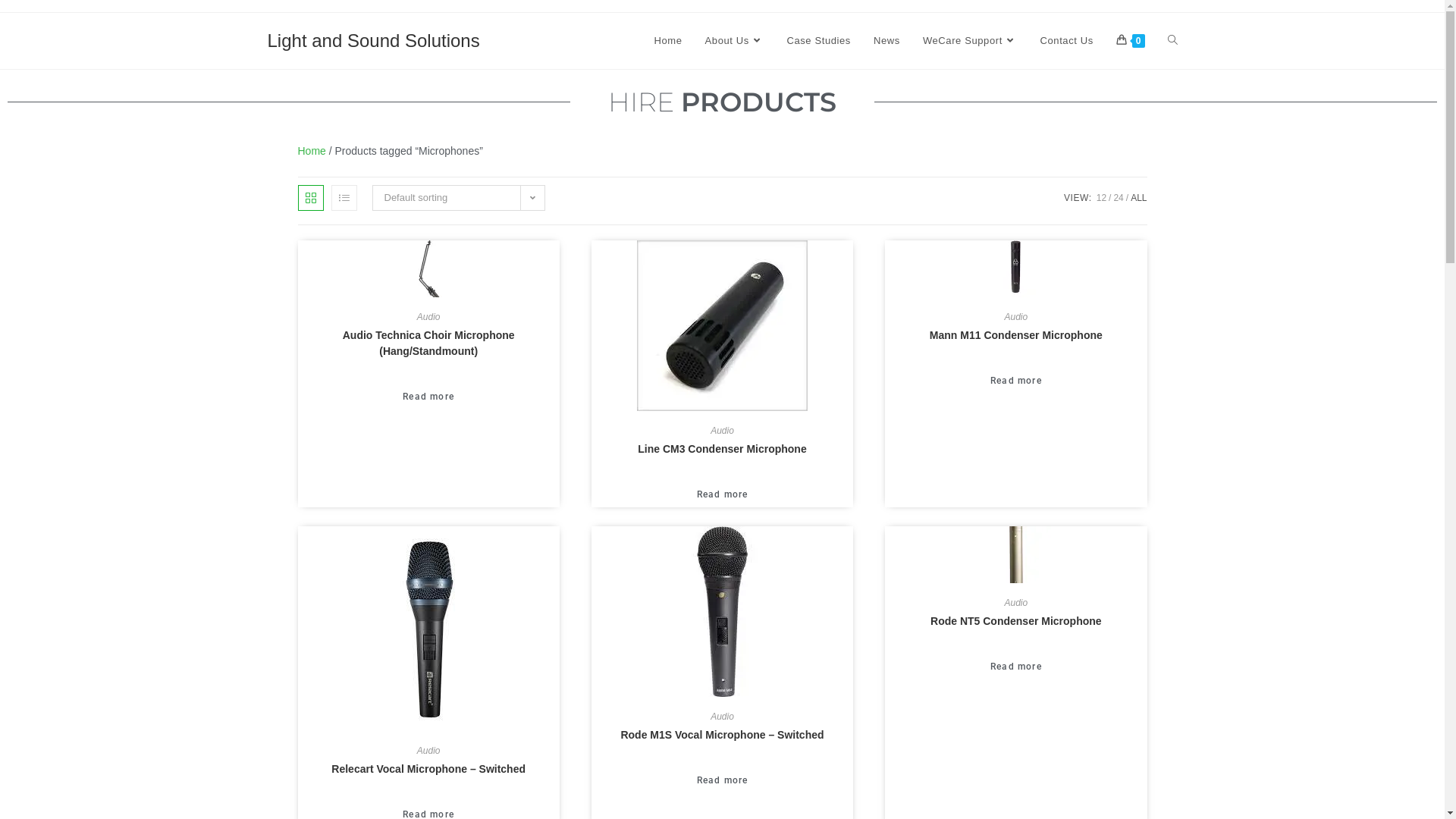 This screenshot has height=819, width=1456. Describe the element at coordinates (428, 396) in the screenshot. I see `'Read more'` at that location.